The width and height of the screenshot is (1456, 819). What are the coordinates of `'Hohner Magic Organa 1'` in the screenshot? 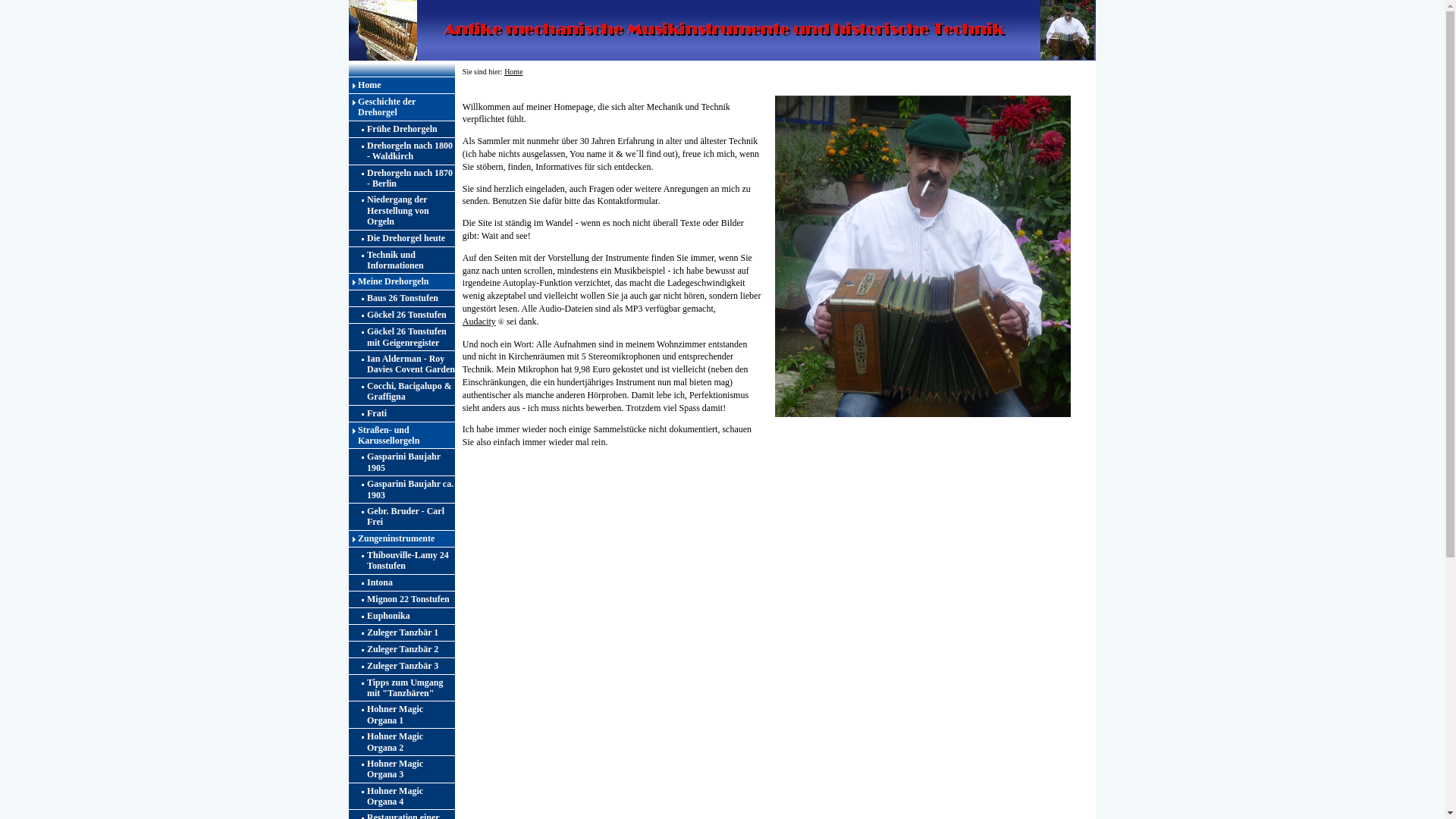 It's located at (401, 714).